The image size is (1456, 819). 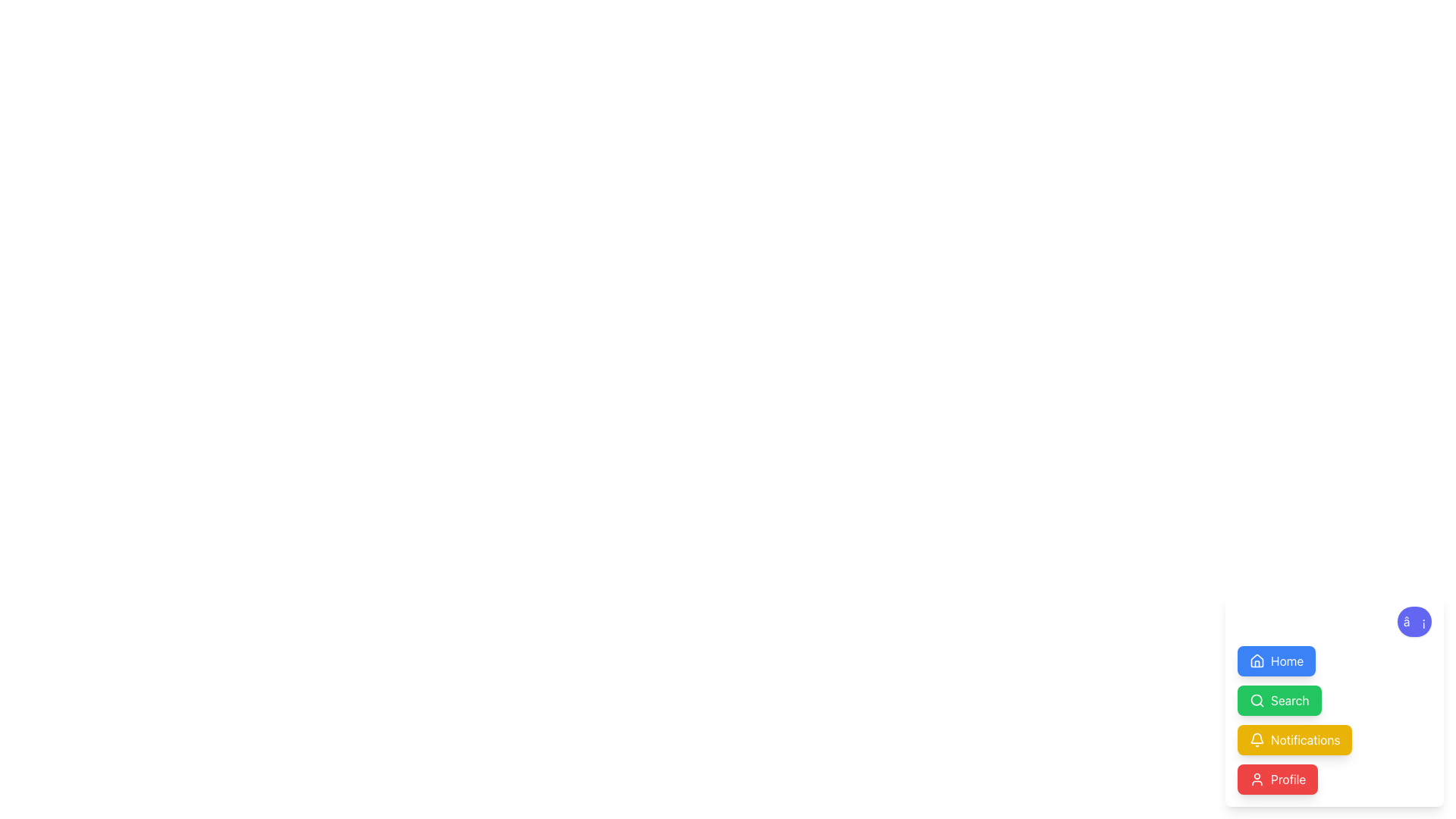 I want to click on the yellow bell icon representing notifications, located in the bottom-right section of the interface, so click(x=1257, y=737).